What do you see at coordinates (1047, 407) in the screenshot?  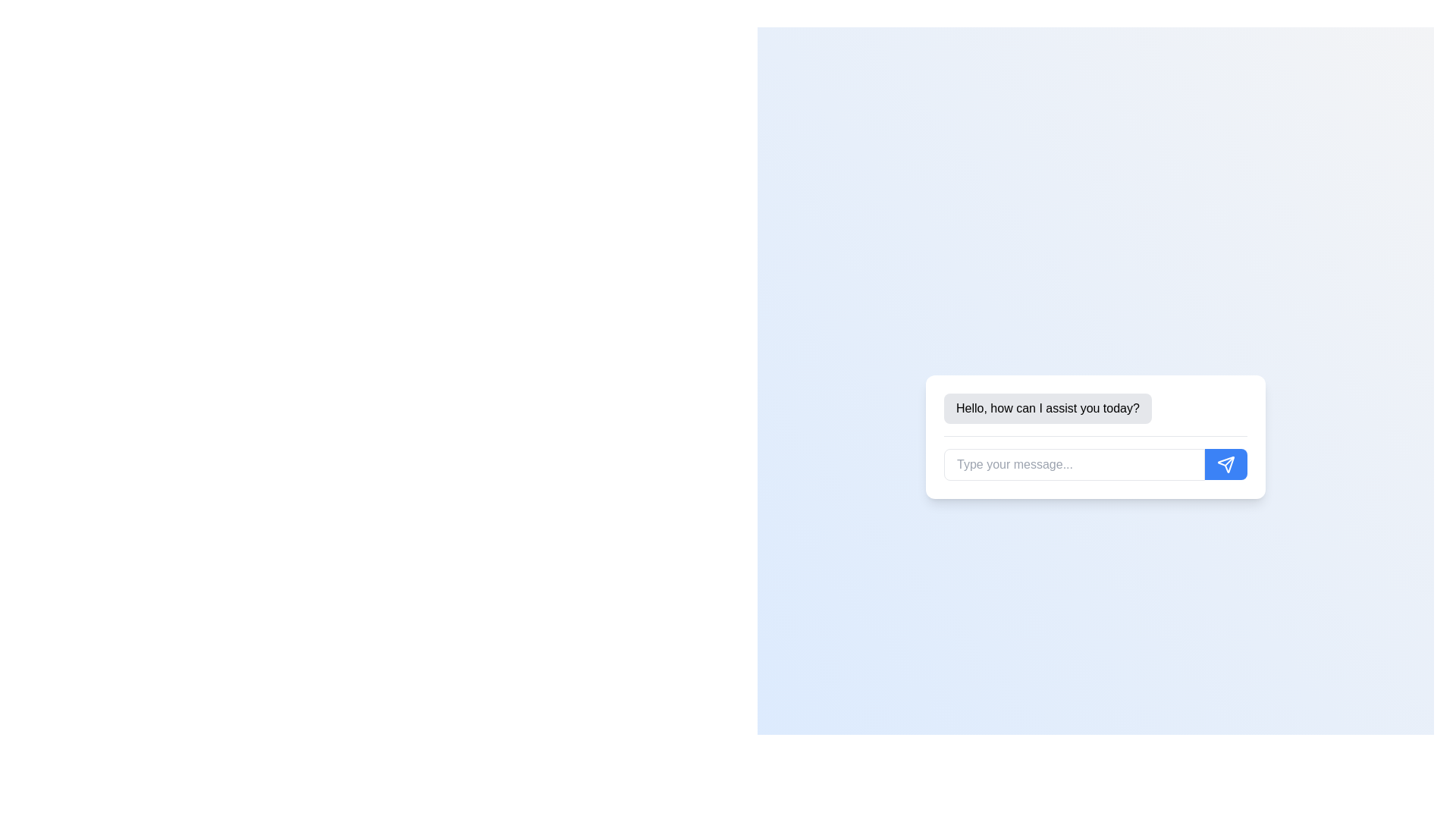 I see `text from the chatbot message displayed in the text bubble, which is positioned directly above the input field in the chat interface` at bounding box center [1047, 407].